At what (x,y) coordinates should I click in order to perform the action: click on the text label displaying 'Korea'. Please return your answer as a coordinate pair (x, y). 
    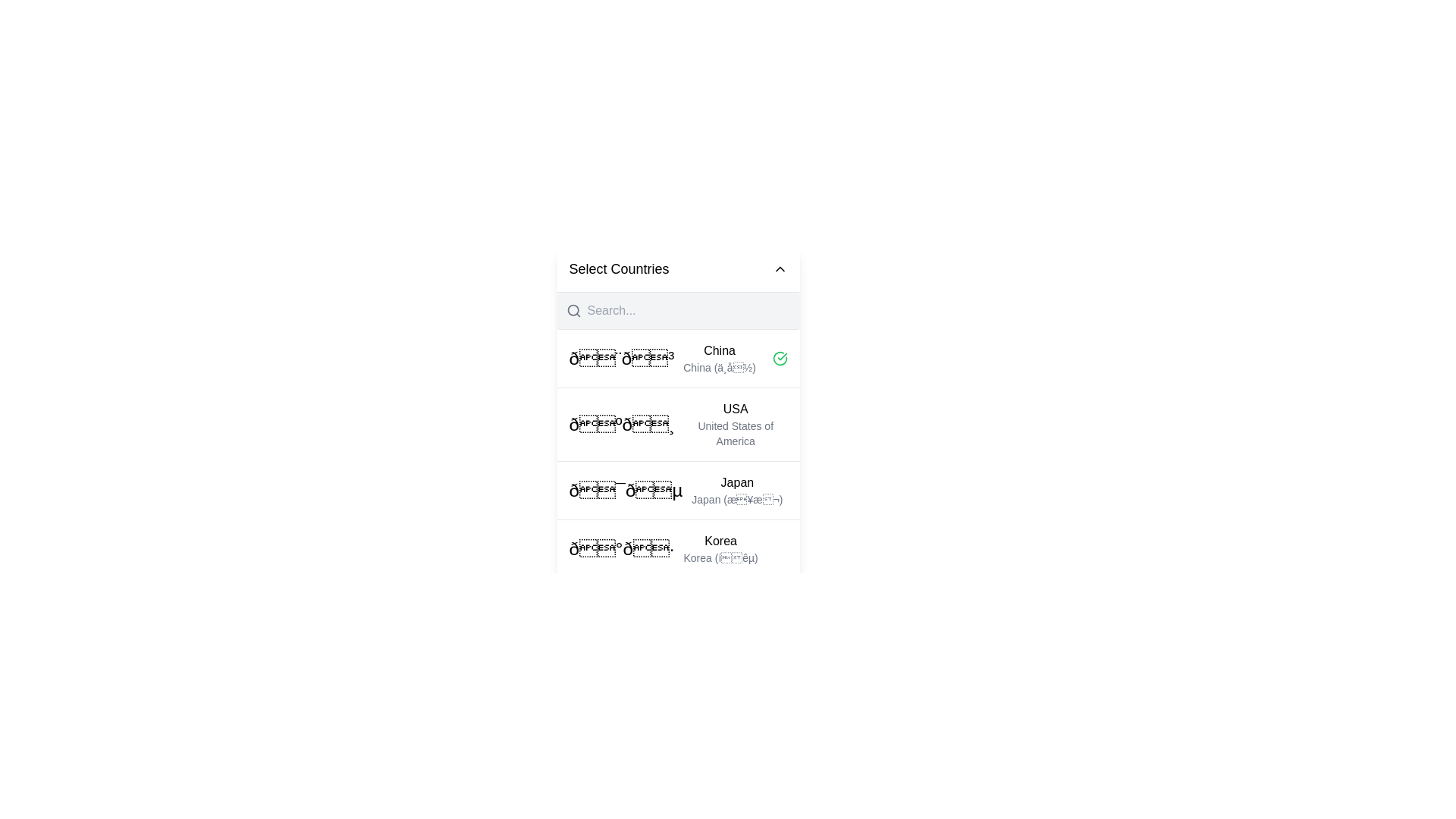
    Looking at the image, I should click on (720, 540).